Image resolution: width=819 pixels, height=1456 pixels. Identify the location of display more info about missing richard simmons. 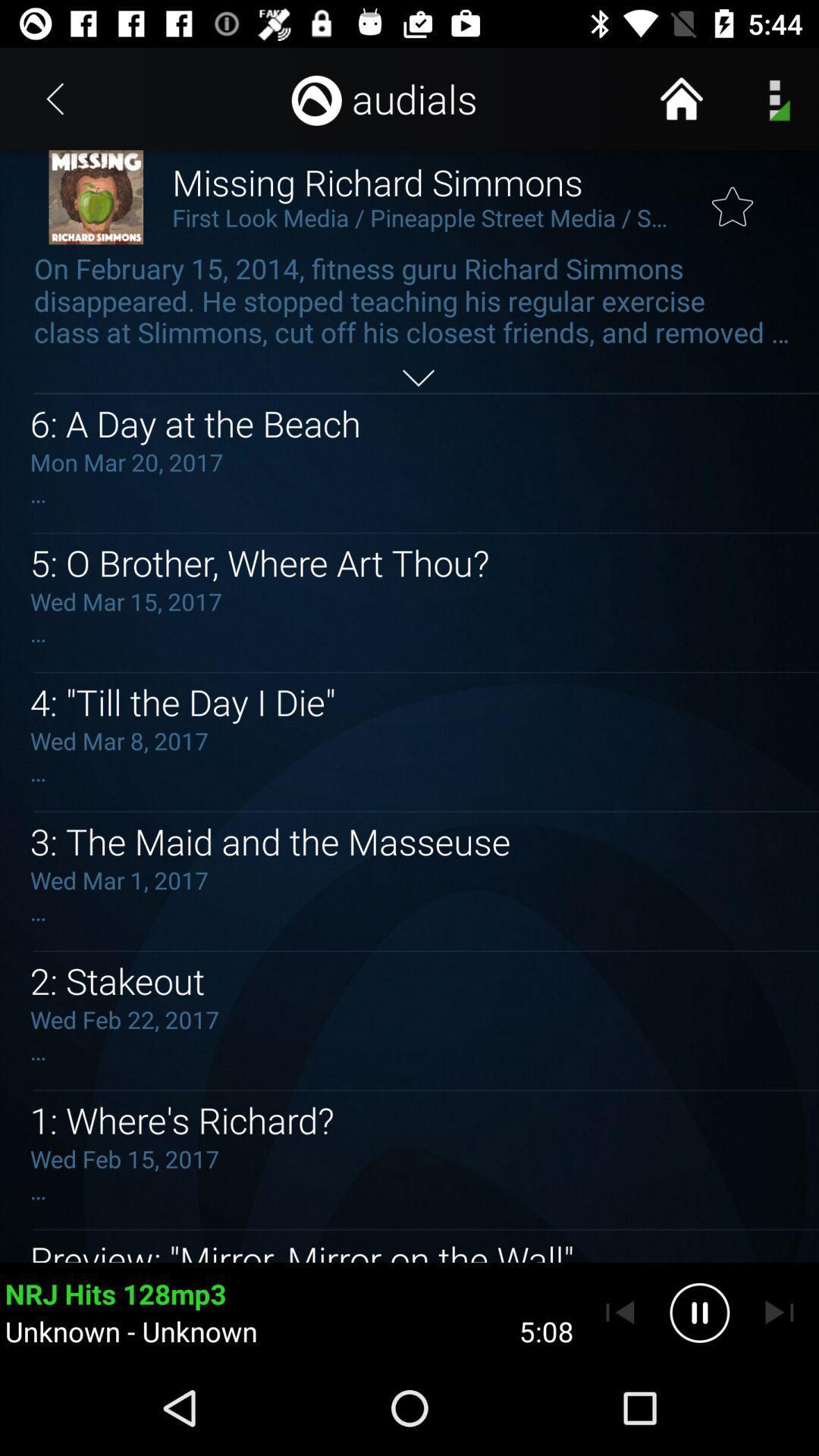
(418, 378).